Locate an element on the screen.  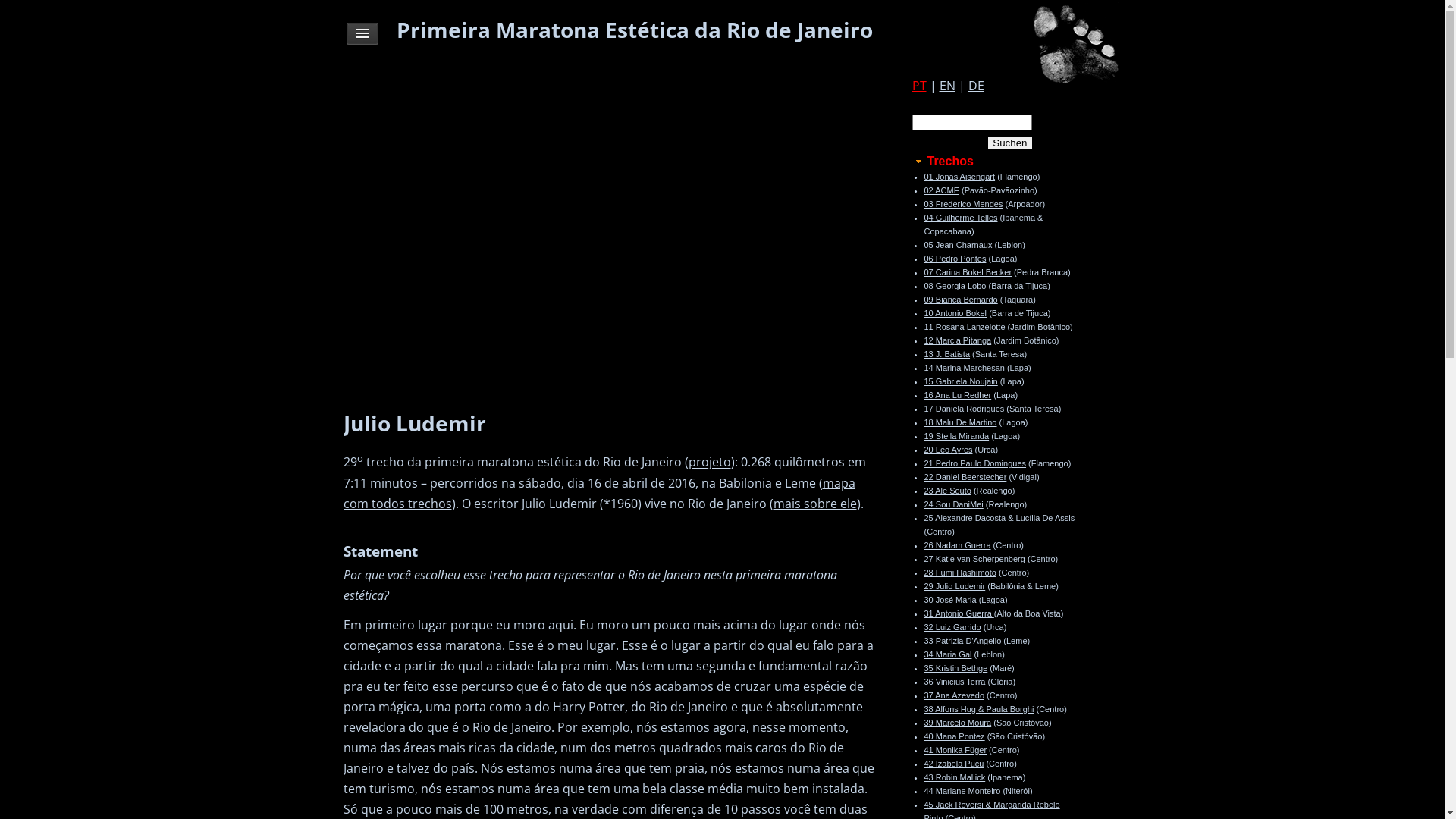
'09 Bianca Bernardo' is located at coordinates (959, 299).